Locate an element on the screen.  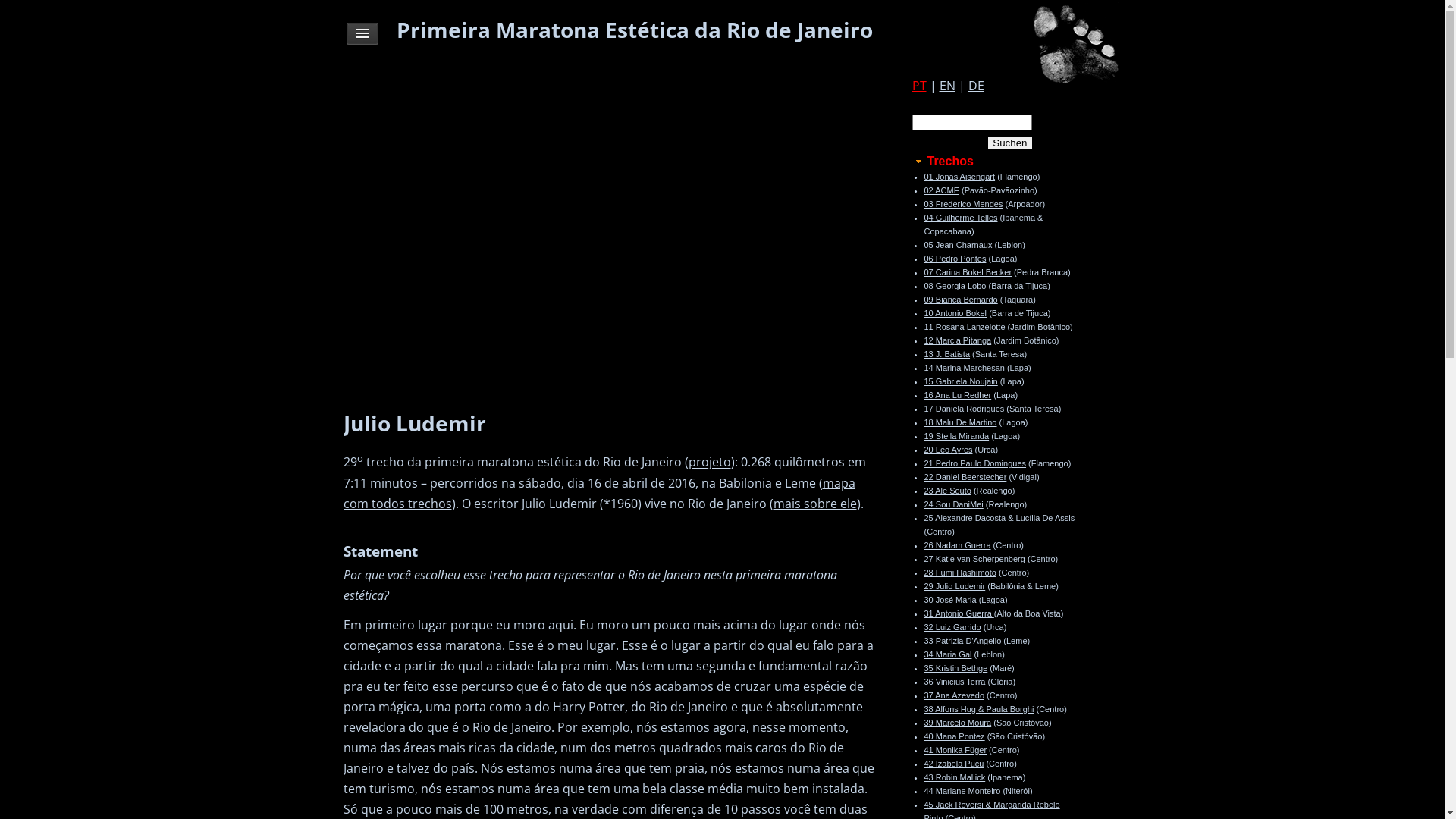
'09 Bianca Bernardo' is located at coordinates (959, 299).